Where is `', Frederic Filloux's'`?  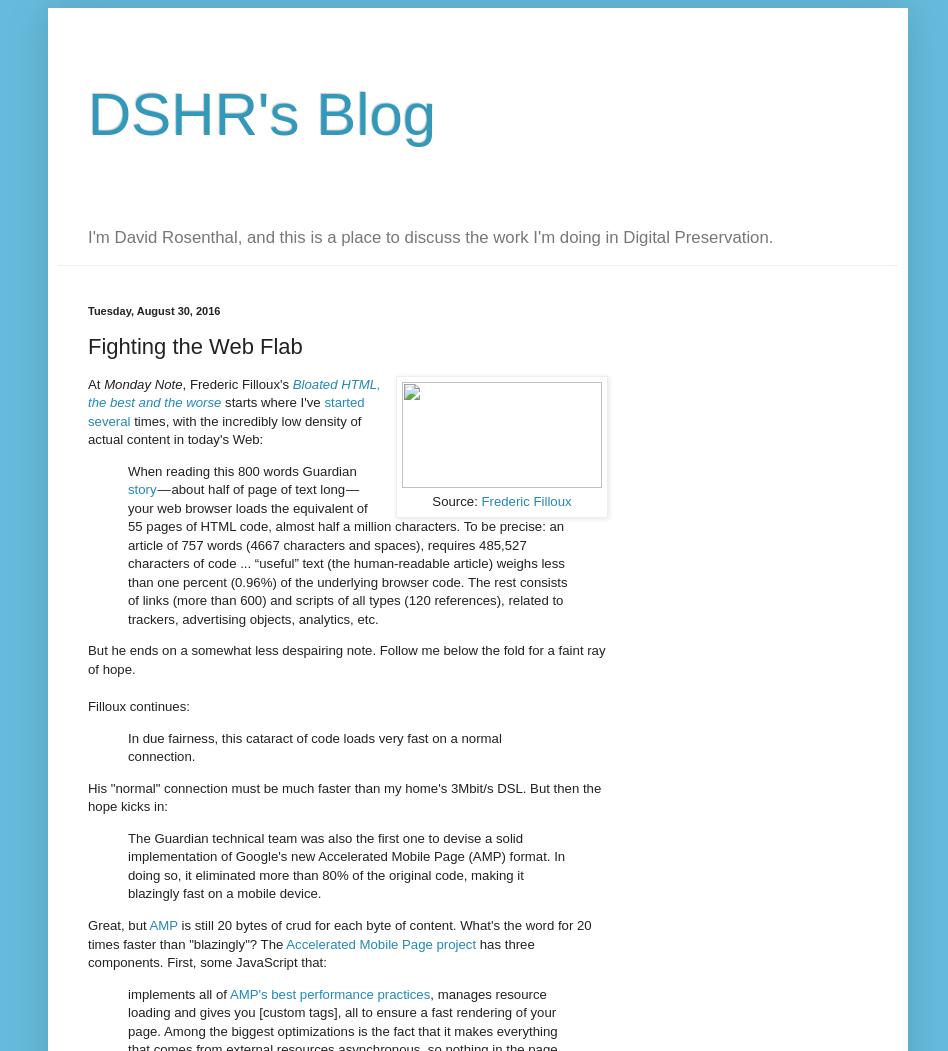 ', Frederic Filloux's' is located at coordinates (237, 382).